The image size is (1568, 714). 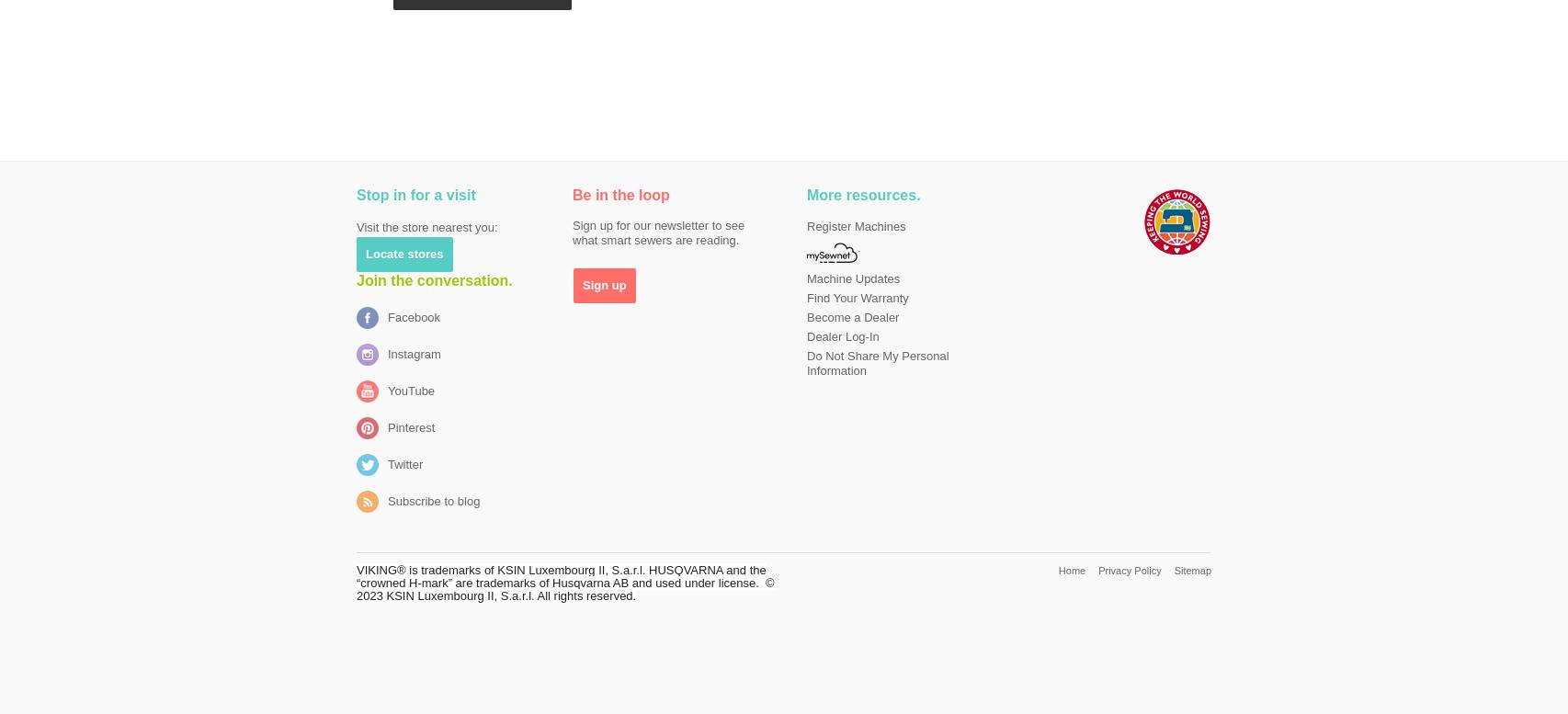 What do you see at coordinates (426, 227) in the screenshot?
I see `'Visit the store nearest you:'` at bounding box center [426, 227].